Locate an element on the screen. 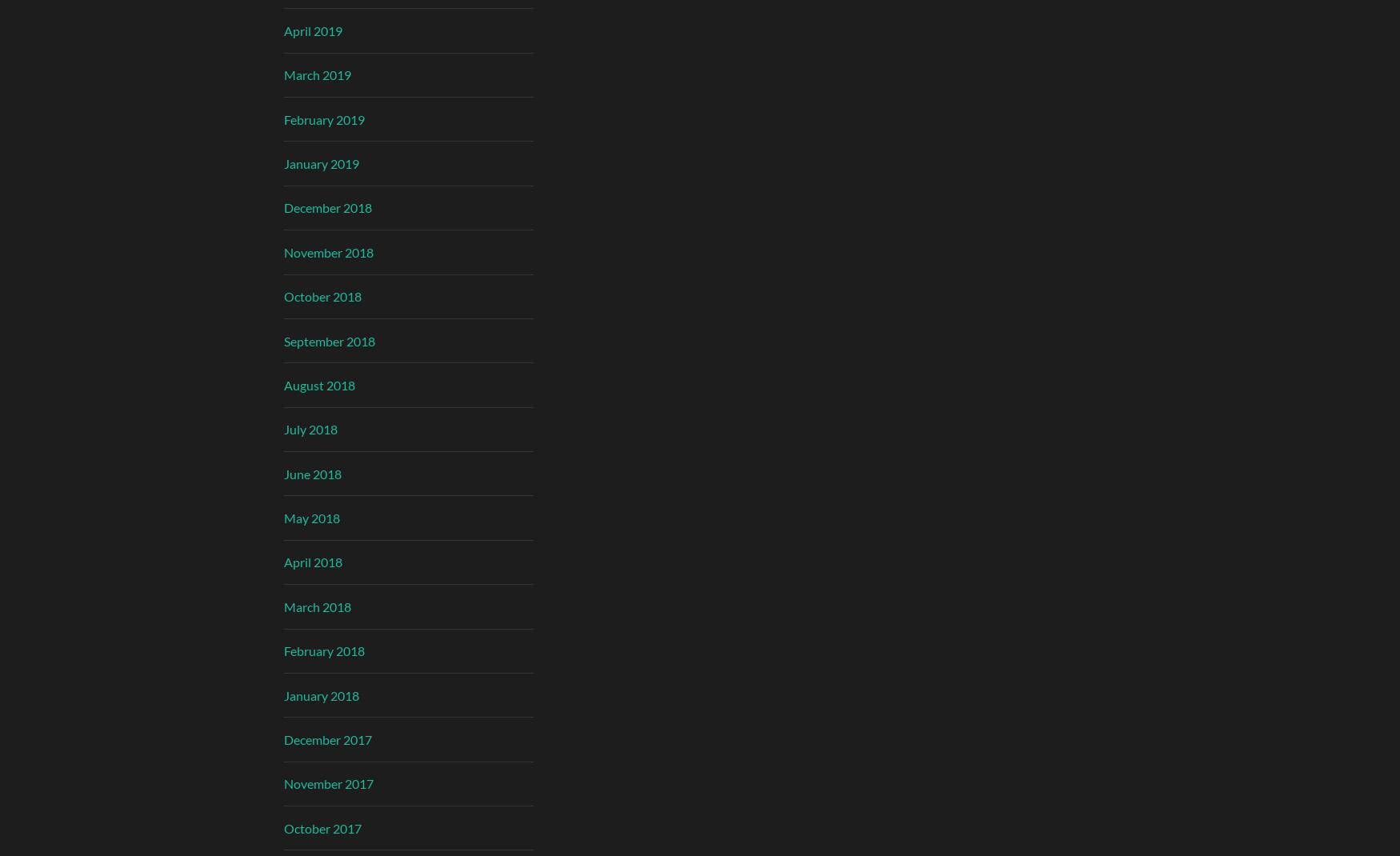 Image resolution: width=1400 pixels, height=856 pixels. 'July 2018' is located at coordinates (284, 428).